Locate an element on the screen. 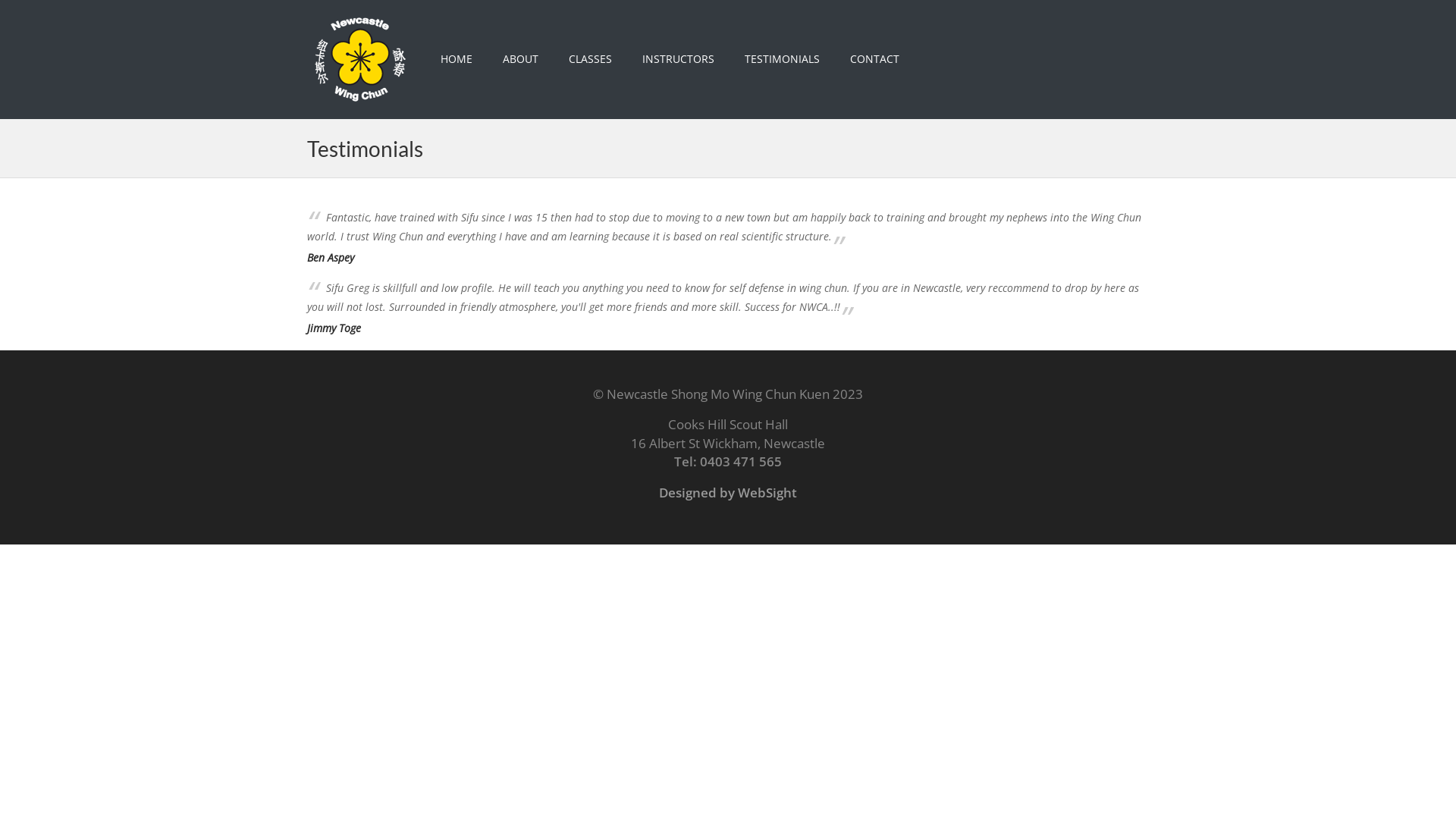  'TESTIMONIALS' is located at coordinates (782, 58).